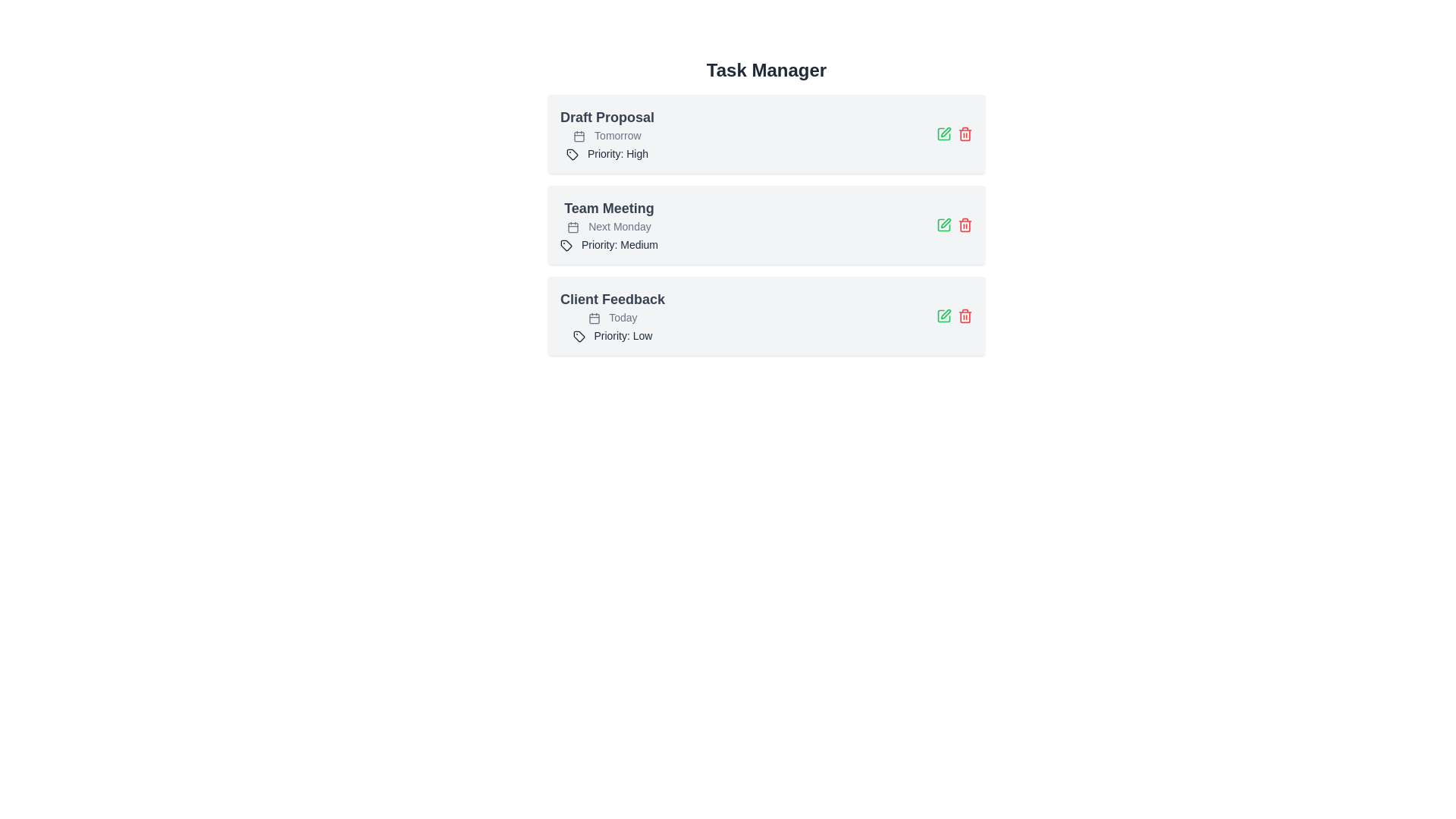 This screenshot has height=819, width=1456. What do you see at coordinates (612, 317) in the screenshot?
I see `the static text label displaying 'Today' located within the 'Client Feedback' card under the 'Task Manager' section, positioned next to the calendar icon` at bounding box center [612, 317].